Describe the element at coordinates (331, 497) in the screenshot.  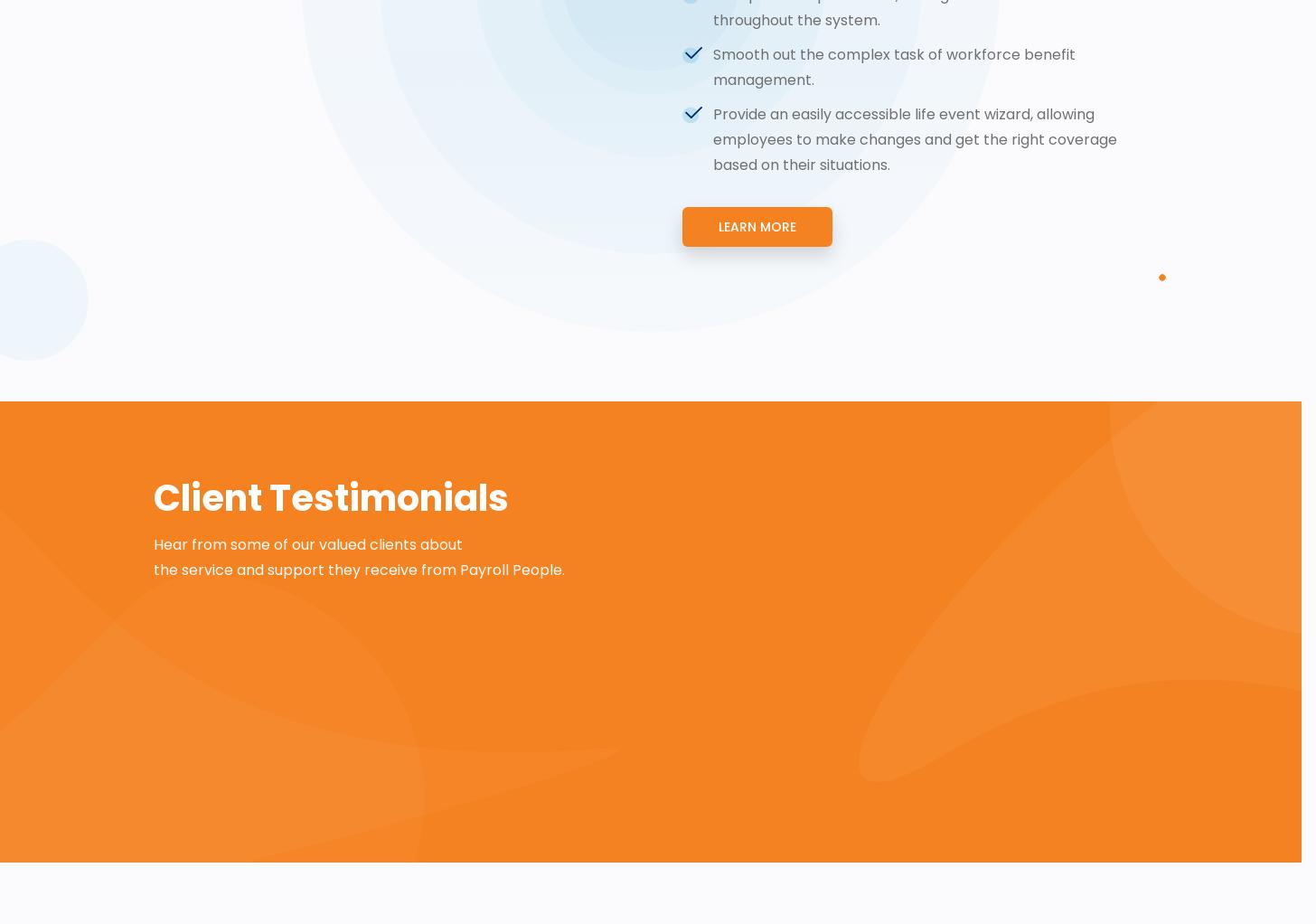
I see `'Client Testimonials'` at that location.